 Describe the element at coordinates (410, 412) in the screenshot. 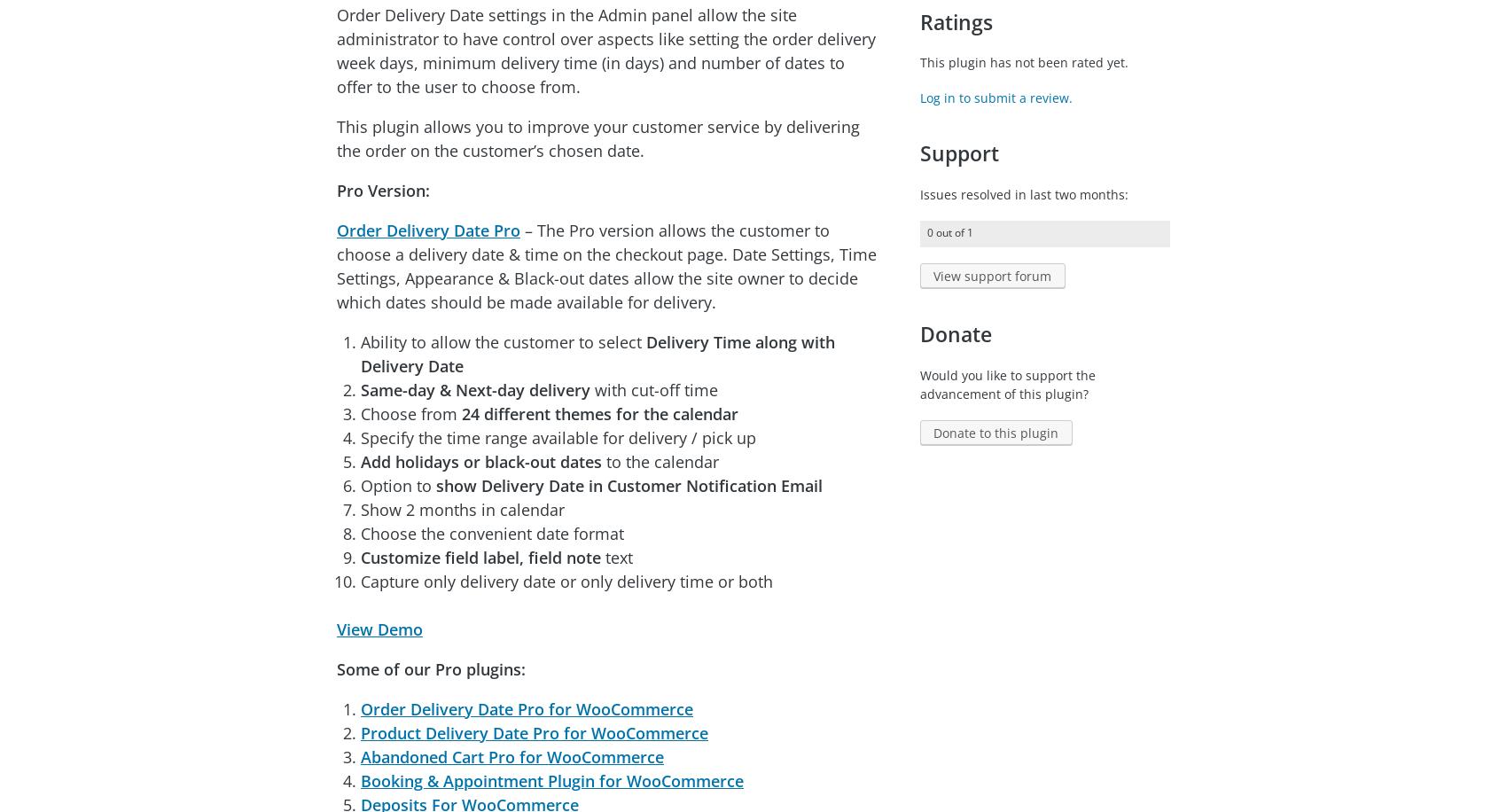

I see `'Choose from'` at that location.